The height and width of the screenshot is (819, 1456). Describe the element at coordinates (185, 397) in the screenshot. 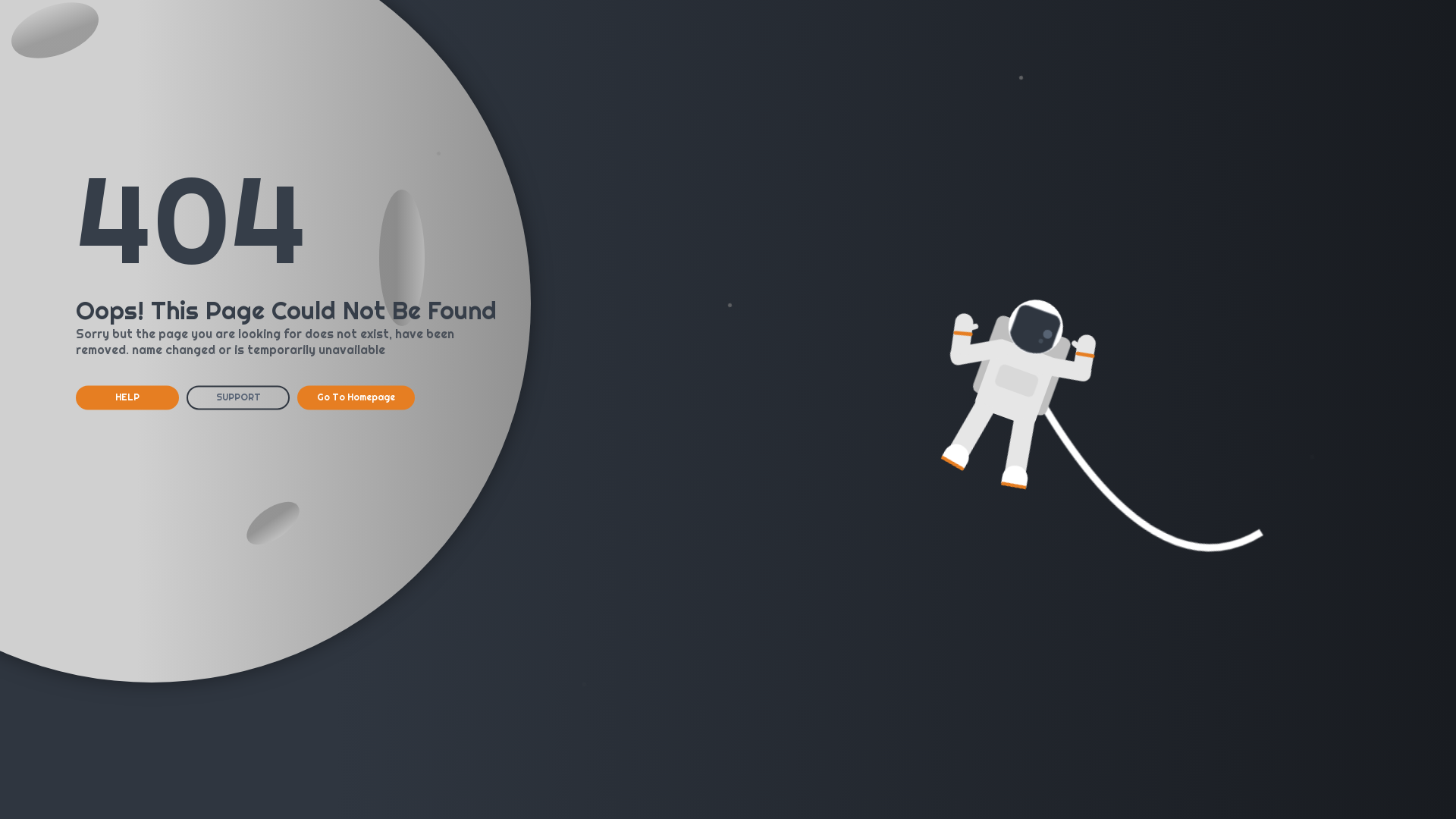

I see `'SUPPORT'` at that location.